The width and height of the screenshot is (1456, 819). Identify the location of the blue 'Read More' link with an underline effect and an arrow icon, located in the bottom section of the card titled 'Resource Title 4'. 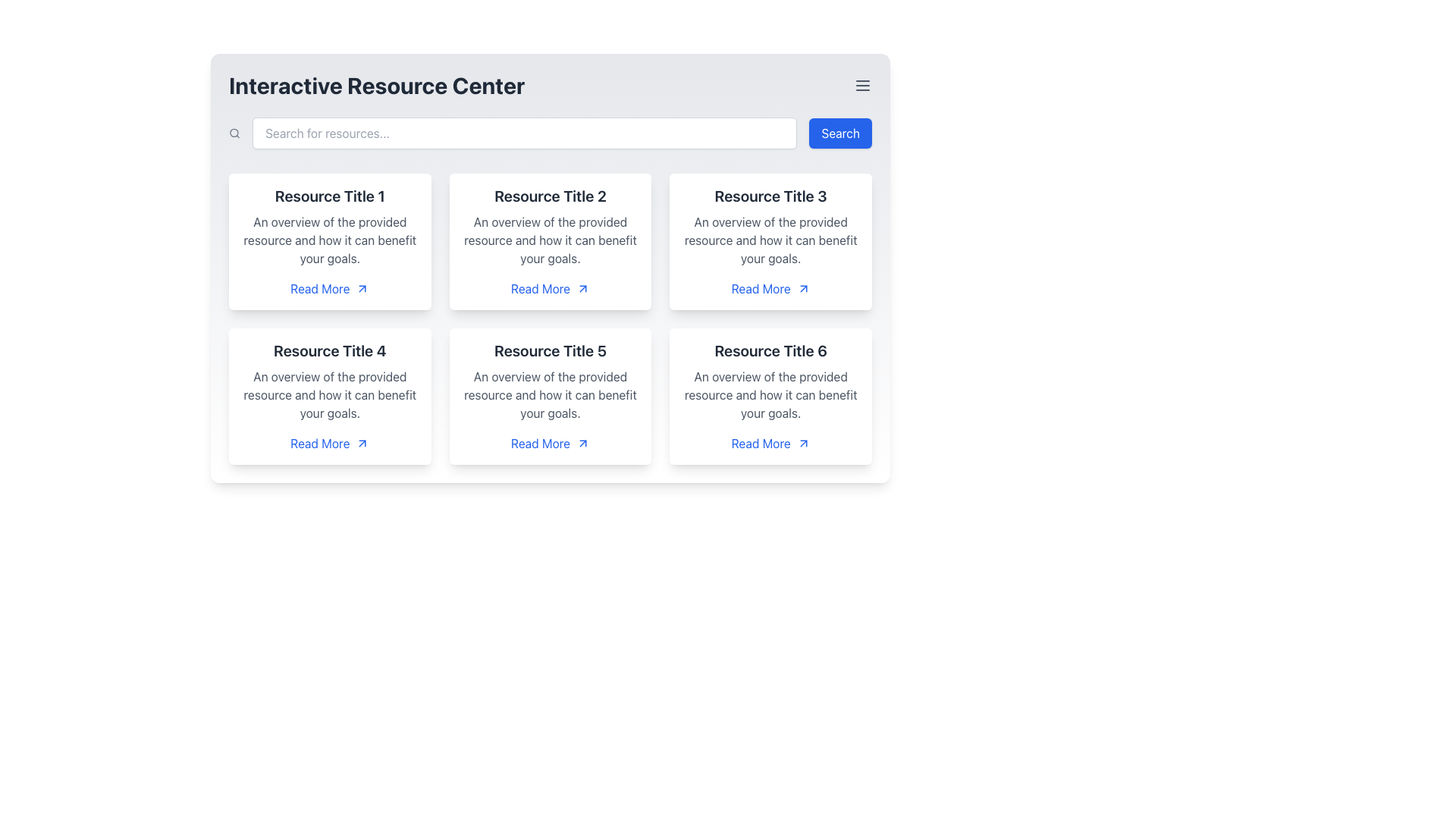
(329, 444).